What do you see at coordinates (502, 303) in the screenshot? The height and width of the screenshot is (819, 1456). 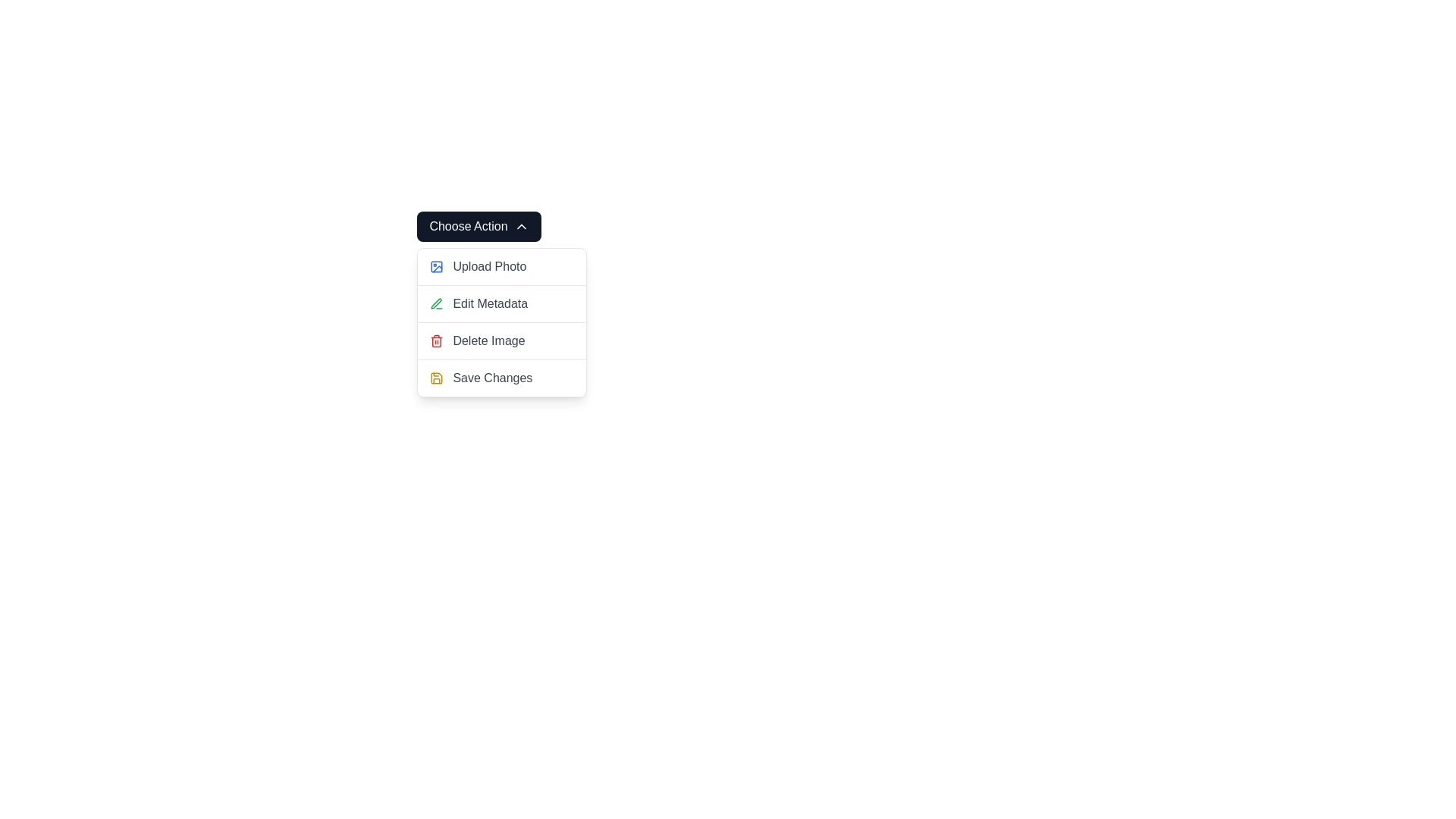 I see `to select the 'Edit Metadata' menu entry, which is the second item in the vertical menu list under 'Choose Action'. It is identifiable by its green pen-like icon on the left and moderate gray text` at bounding box center [502, 303].